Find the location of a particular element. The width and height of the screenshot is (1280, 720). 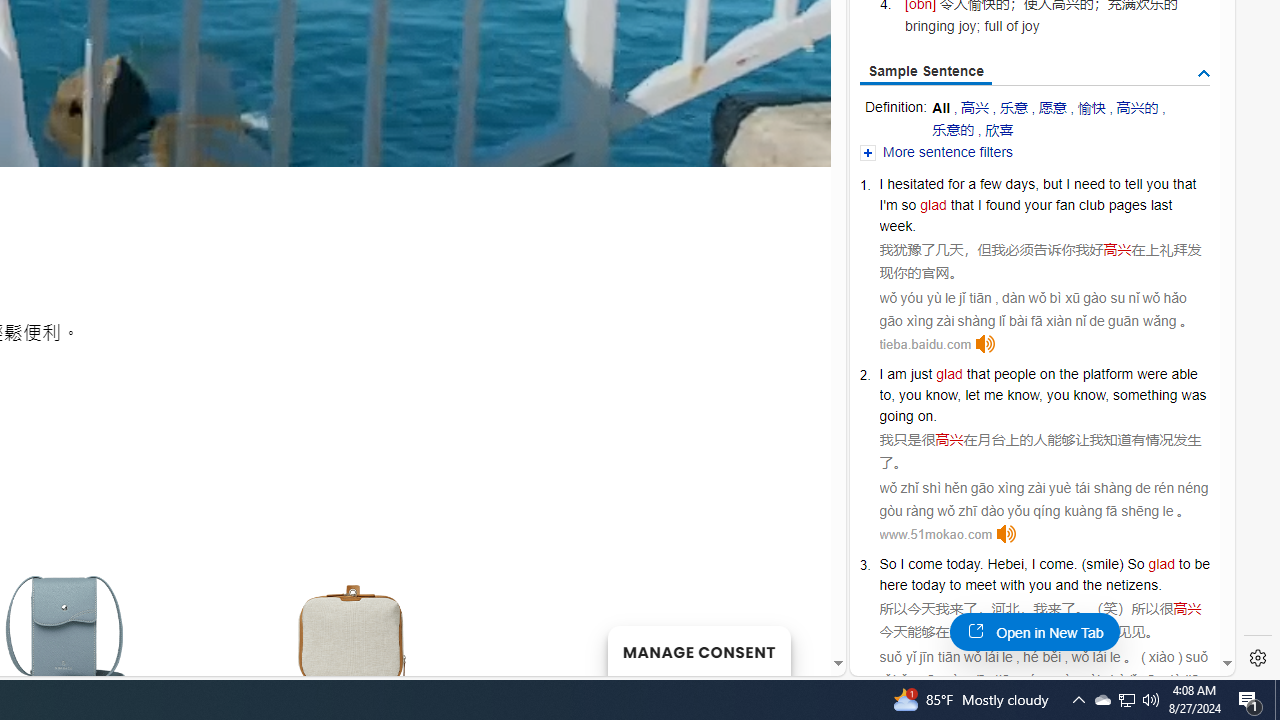

'Click to listen' is located at coordinates (1007, 533).